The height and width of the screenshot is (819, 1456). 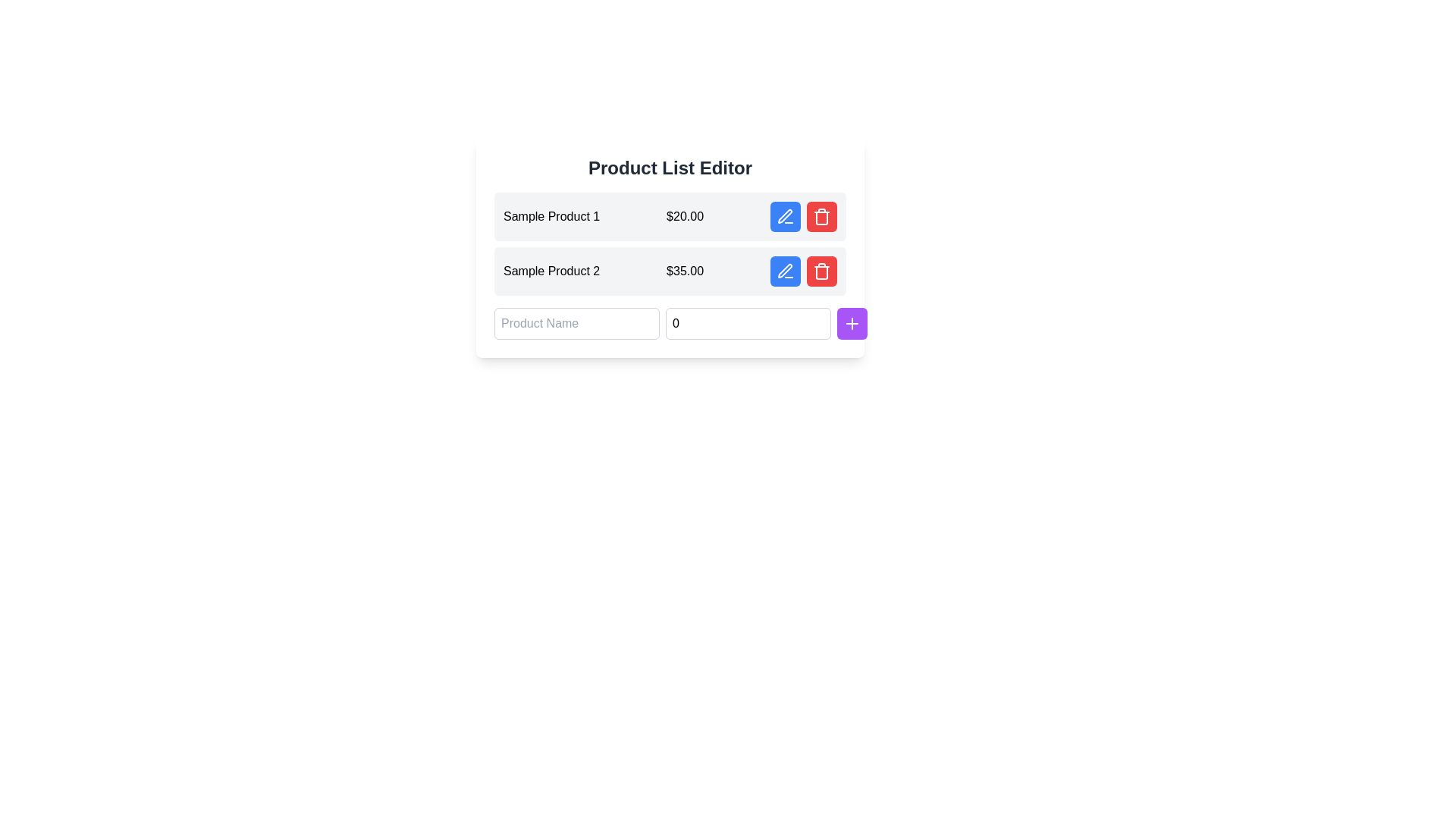 I want to click on displayed text of the Text label showing 'Sample Product 1' in the Product List Editor, so click(x=551, y=216).